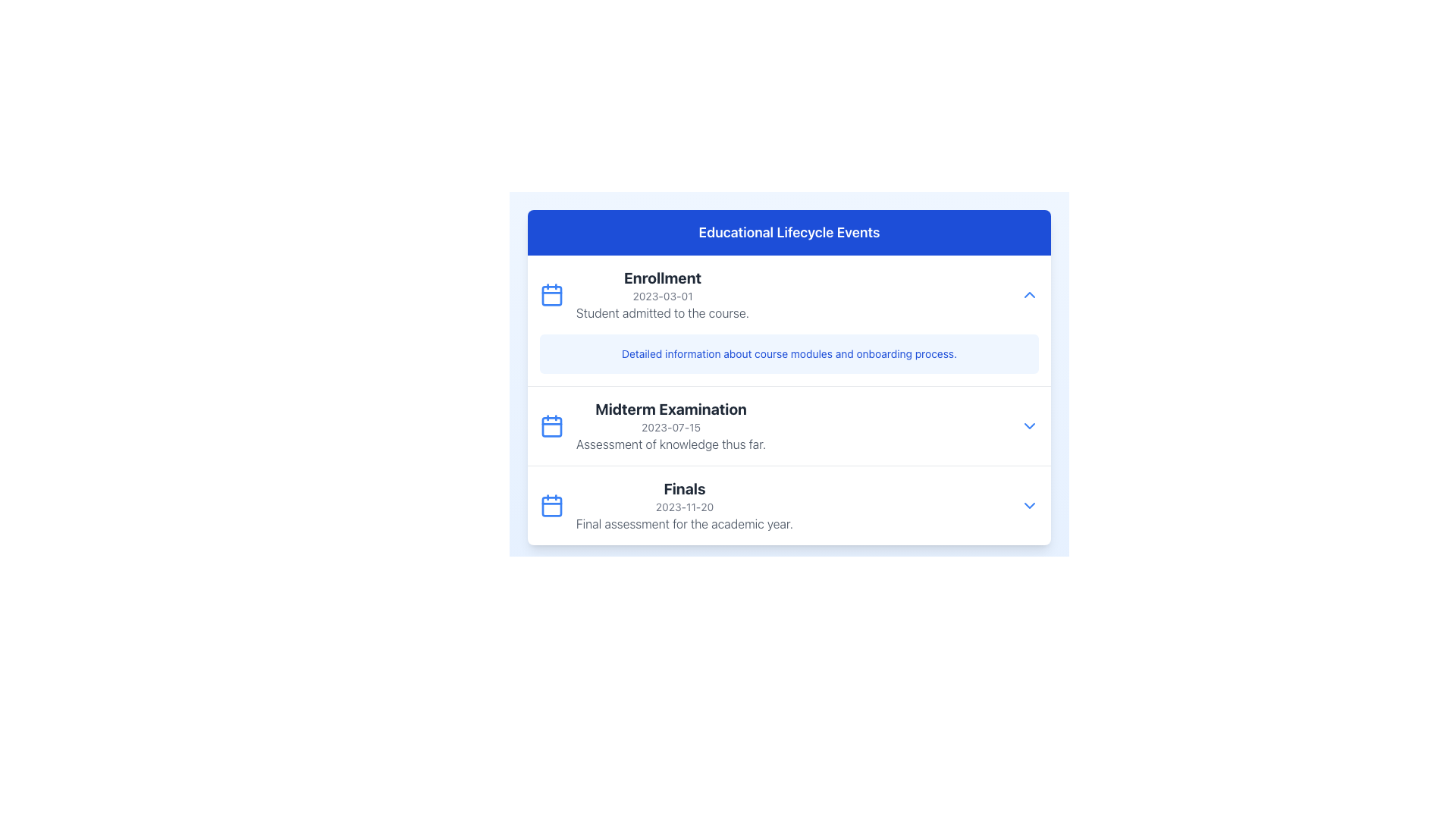 The height and width of the screenshot is (819, 1456). I want to click on the text block titled 'Enrollment' which contains the date '2023-03-01' and the description 'Student admitted to the course.' This block is located in the 'Educational Lifecycle Events' section, positioned to the right of a calendar icon, so click(662, 295).